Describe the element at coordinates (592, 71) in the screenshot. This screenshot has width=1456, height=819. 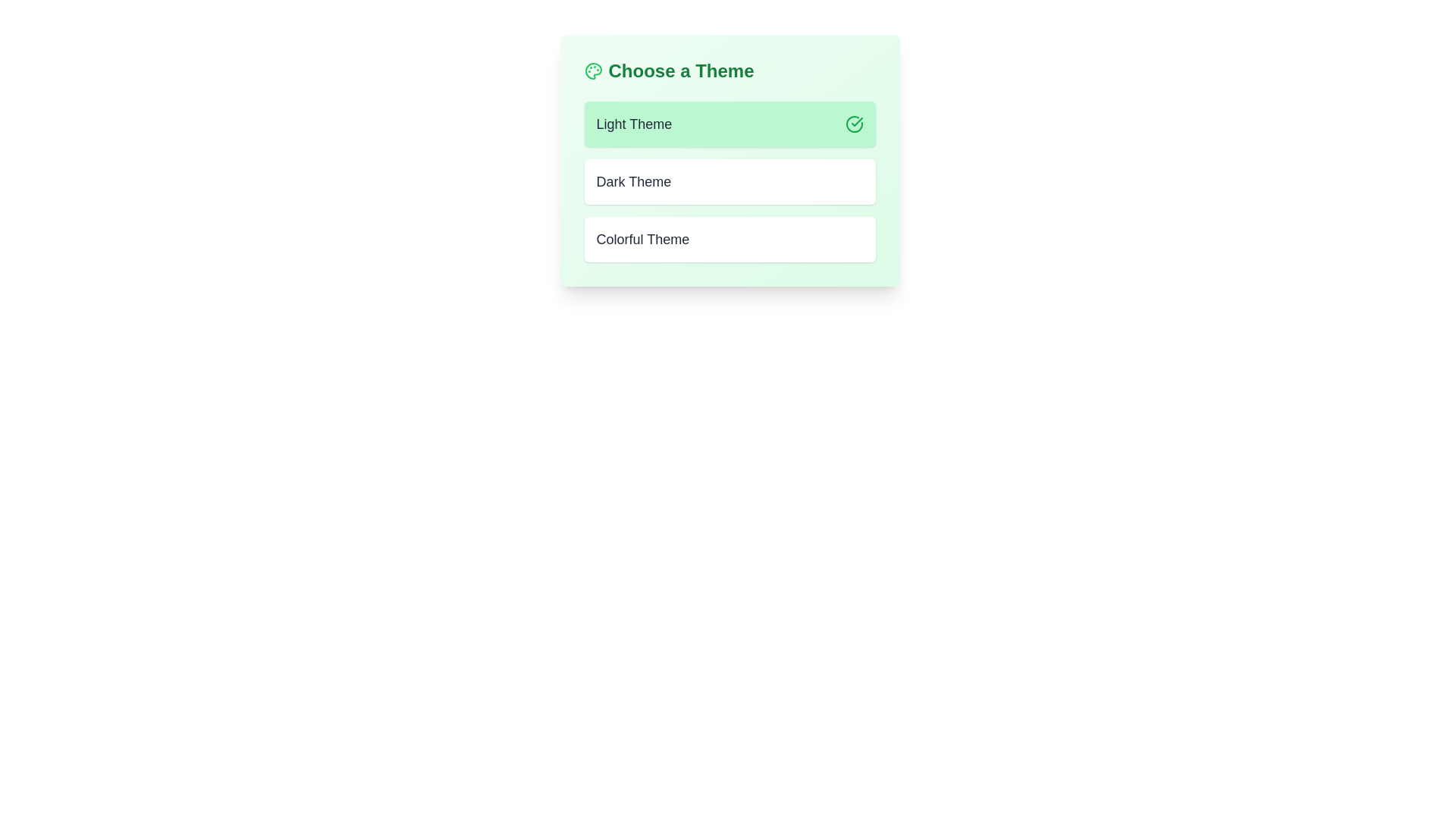
I see `the green palette icon located in the upper-left corner of the interface, inside the header section labeled 'Choose a Theme'` at that location.